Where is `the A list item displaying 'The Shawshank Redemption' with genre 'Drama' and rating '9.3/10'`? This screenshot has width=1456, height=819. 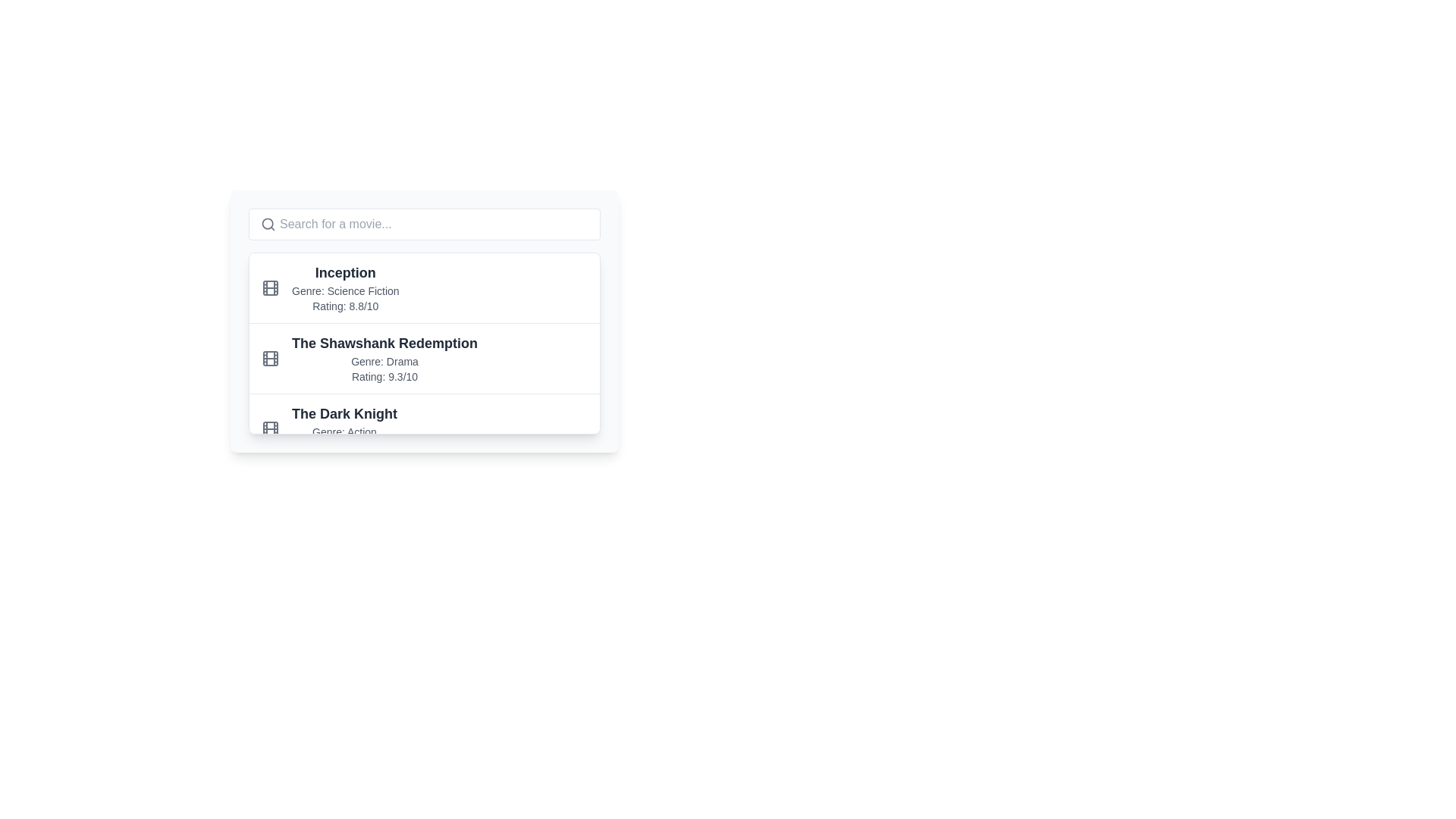 the A list item displaying 'The Shawshank Redemption' with genre 'Drama' and rating '9.3/10' is located at coordinates (425, 358).